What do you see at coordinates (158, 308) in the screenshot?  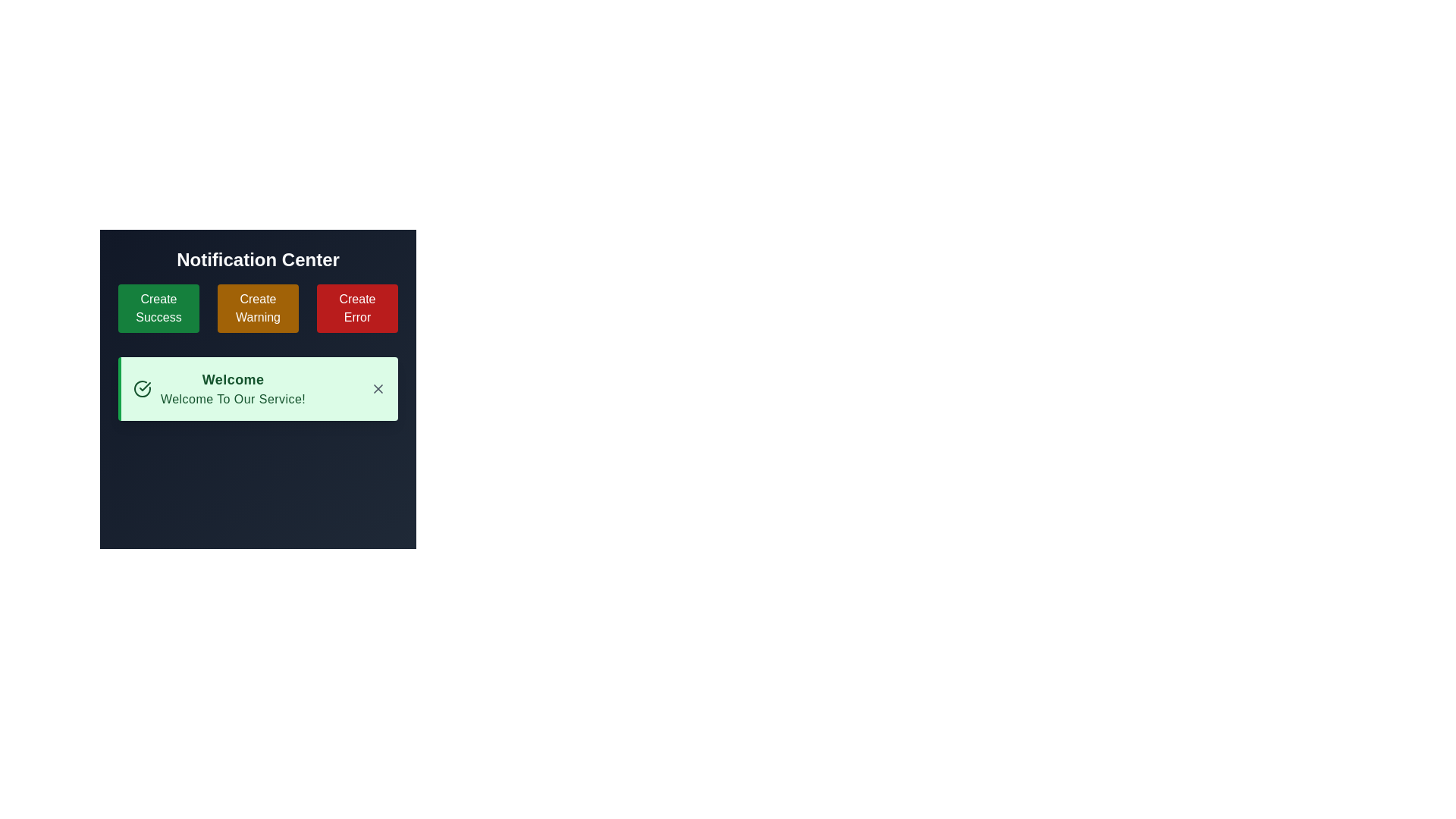 I see `the leftmost button in a group of three buttons, which is positioned near the top-left section of the interface` at bounding box center [158, 308].